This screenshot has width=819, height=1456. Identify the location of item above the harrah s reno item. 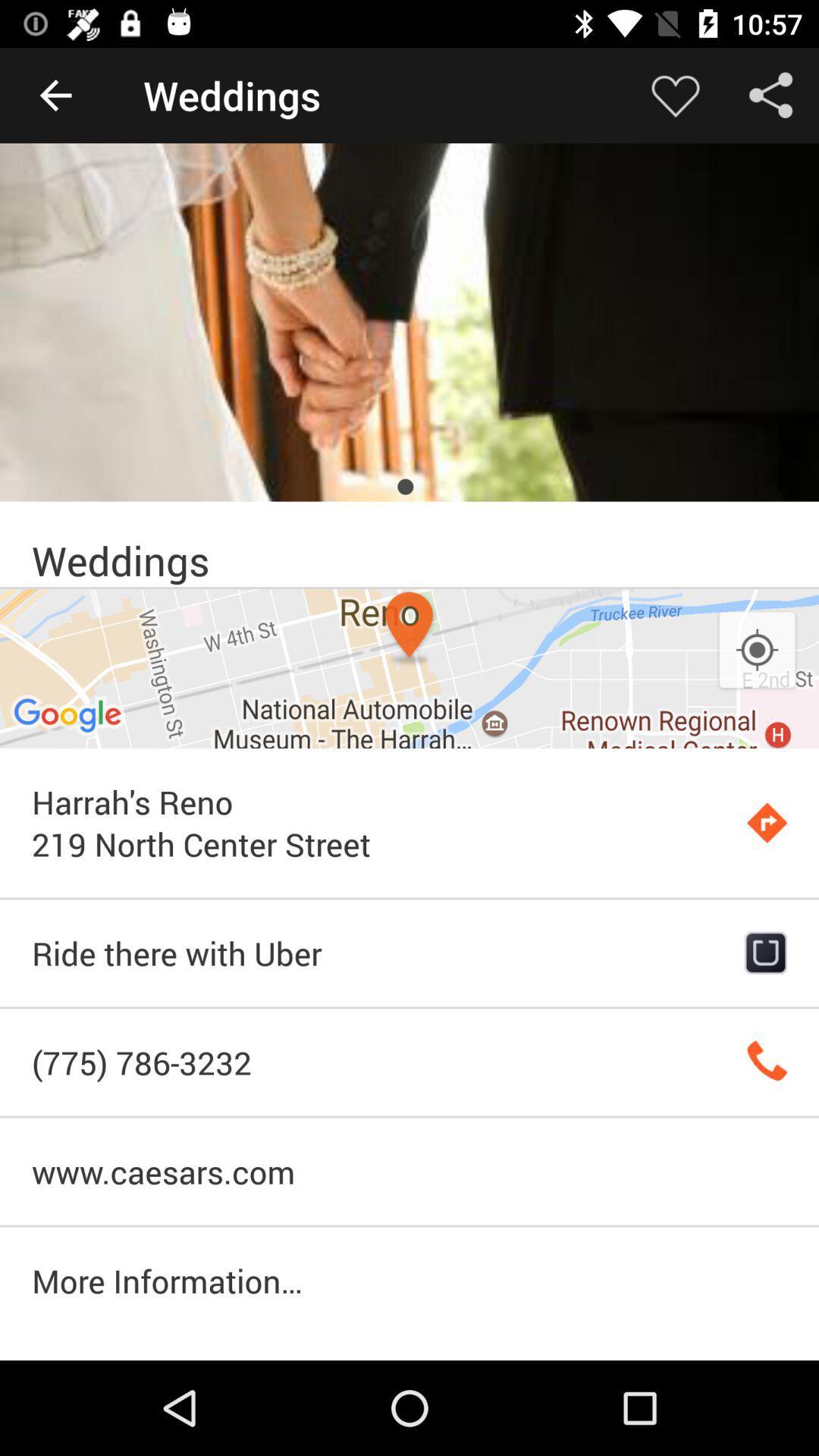
(757, 651).